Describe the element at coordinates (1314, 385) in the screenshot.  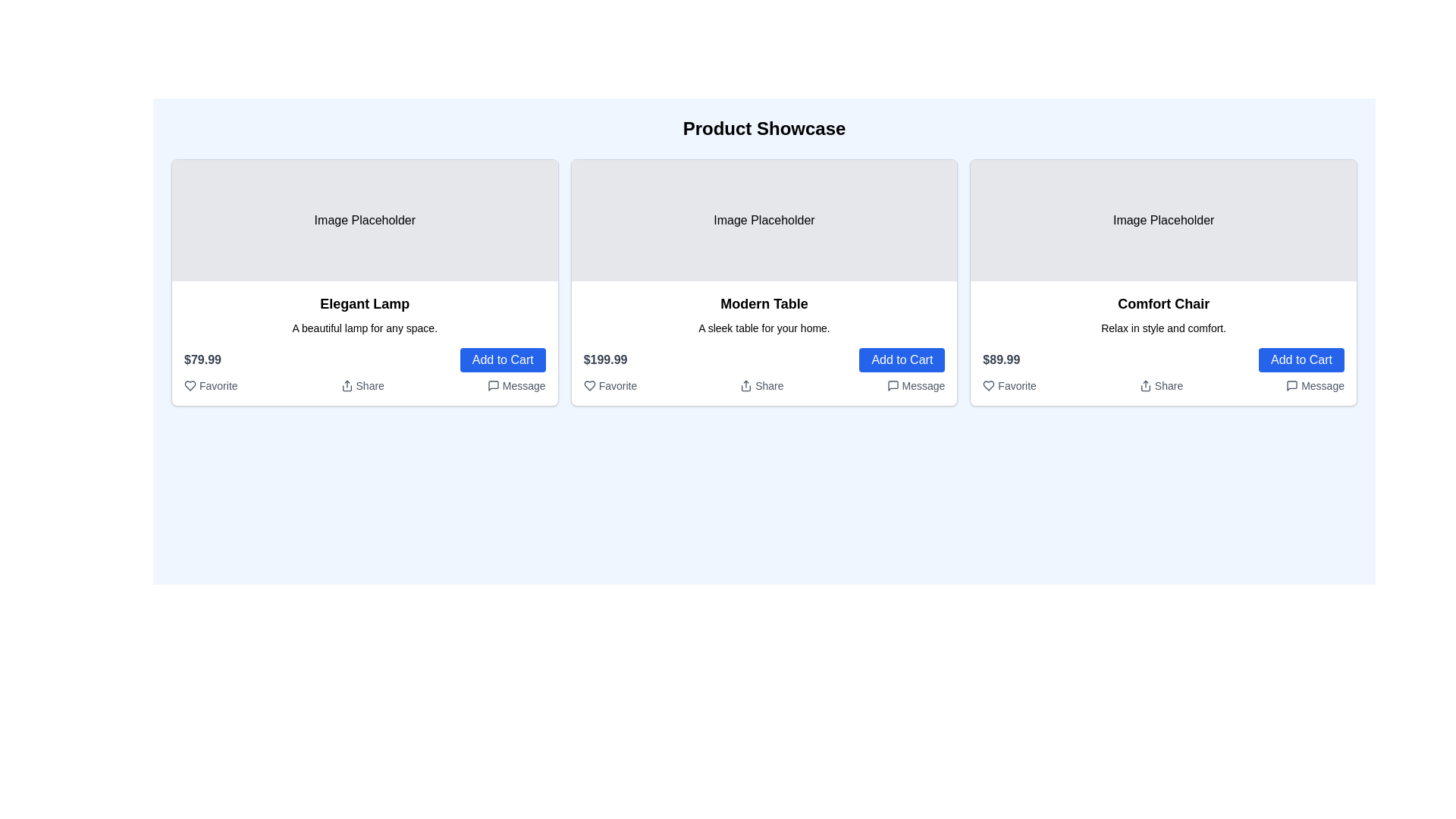
I see `the 'Message' button located in the rightmost card labeled 'Comfort Chair', which features a speech bubble icon and is the last button in the card's footer` at that location.